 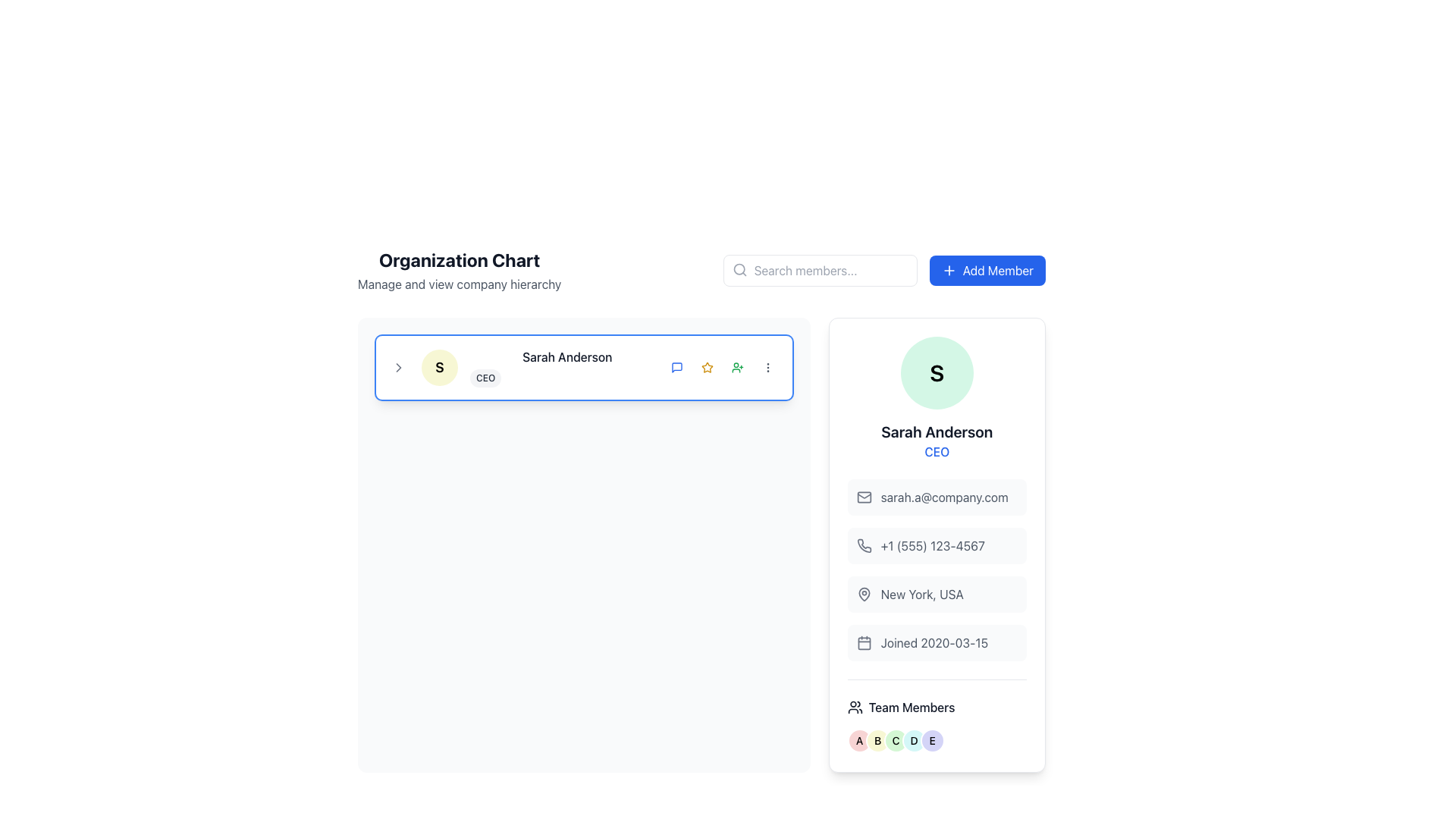 What do you see at coordinates (931, 739) in the screenshot?
I see `the circular badge or icon representing the team member identified by the letter 'E', which is the fifth badge in the row of team member badges at the bottom of the rightmost panel` at bounding box center [931, 739].